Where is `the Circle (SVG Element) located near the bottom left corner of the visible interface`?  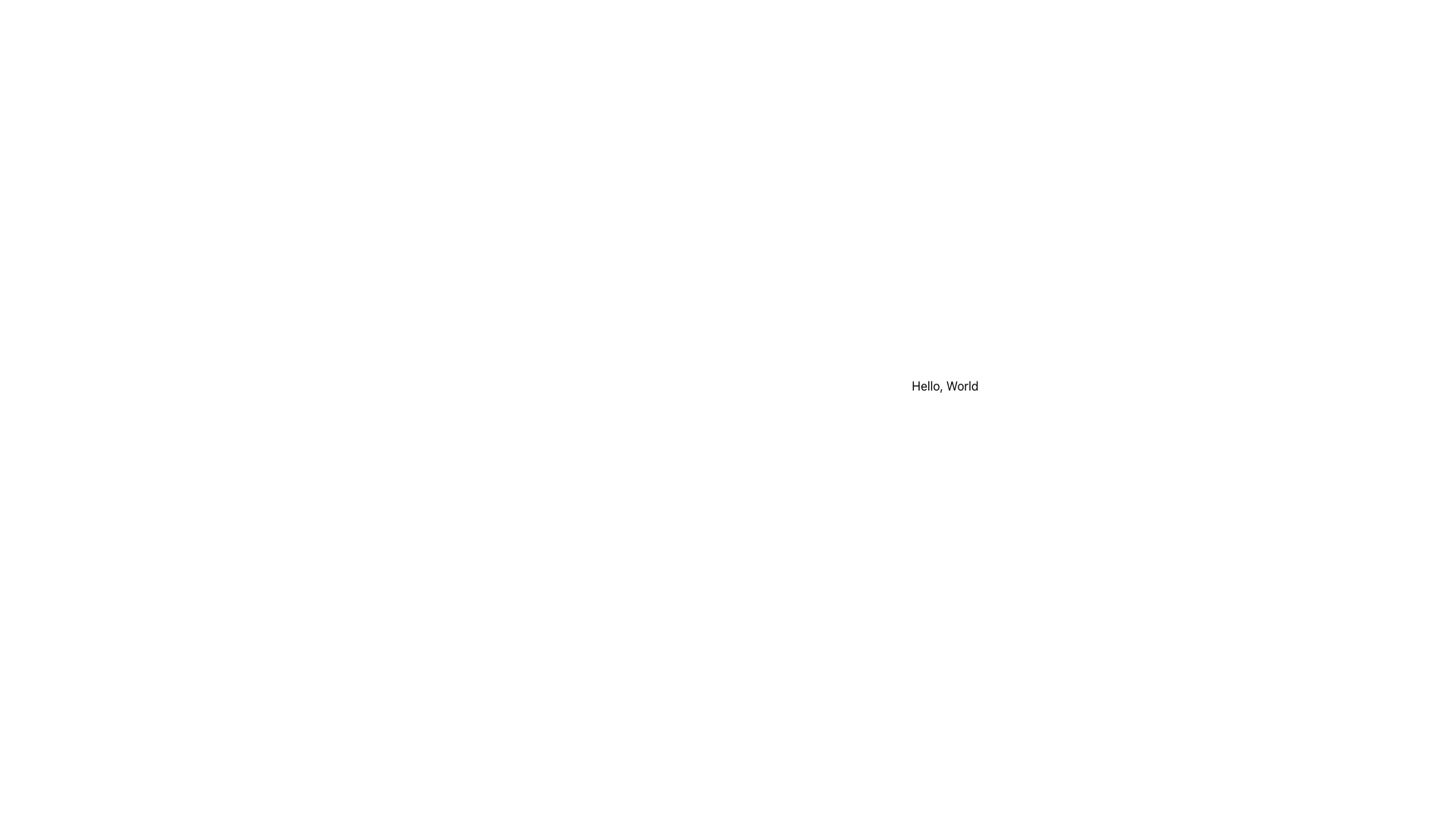
the Circle (SVG Element) located near the bottom left corner of the visible interface is located at coordinates (626, 786).